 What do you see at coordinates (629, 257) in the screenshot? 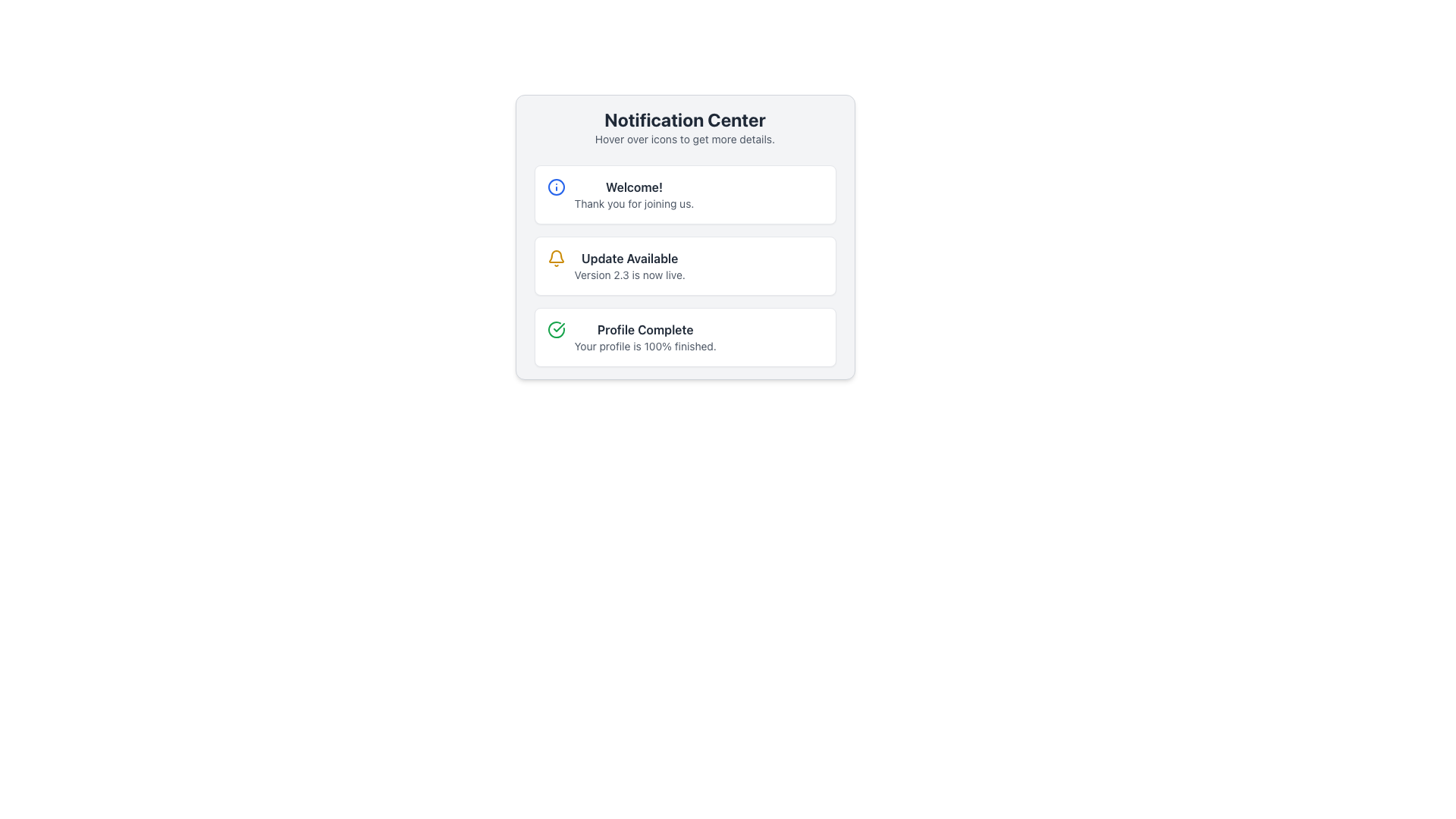
I see `the text label displaying 'Update Available' in bold font, located in the notification card under 'Notification Center'` at bounding box center [629, 257].